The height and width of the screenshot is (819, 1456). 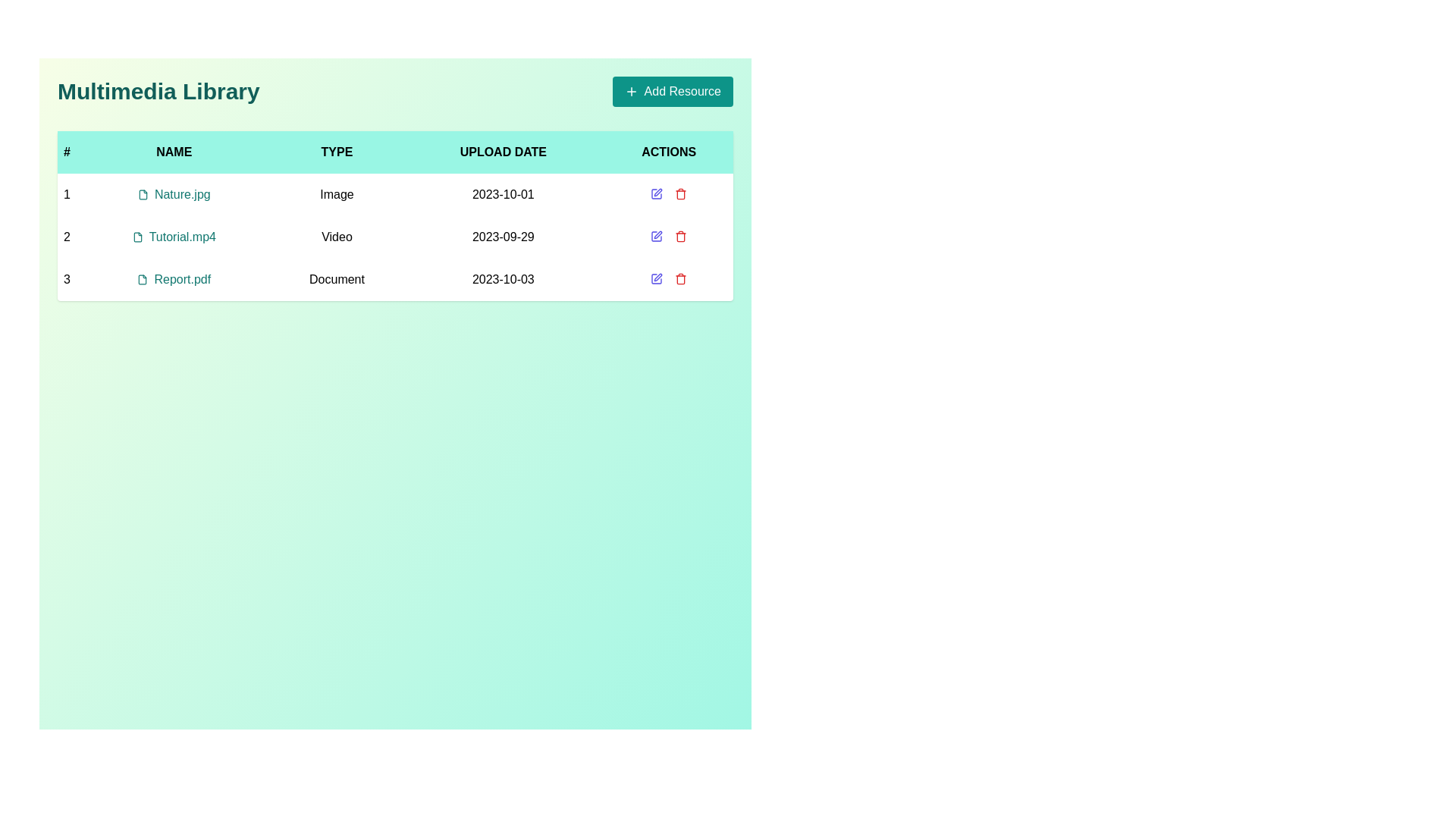 What do you see at coordinates (143, 280) in the screenshot?
I see `the small green-bordered document icon representing 'Report.pdf' located in the third row of the table under the 'NAME' column` at bounding box center [143, 280].